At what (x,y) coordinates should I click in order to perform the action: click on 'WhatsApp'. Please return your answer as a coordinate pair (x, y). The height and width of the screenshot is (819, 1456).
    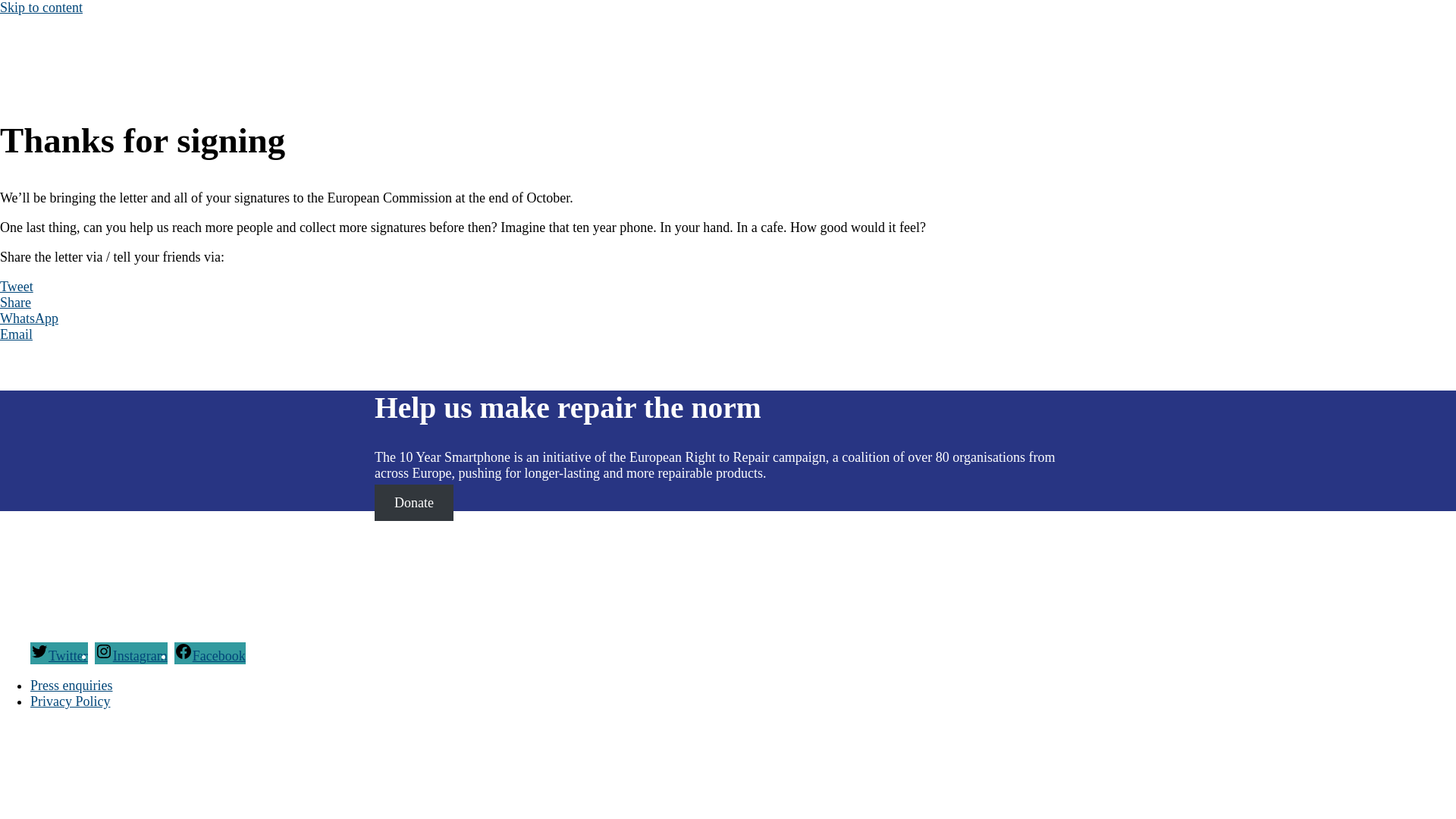
    Looking at the image, I should click on (29, 318).